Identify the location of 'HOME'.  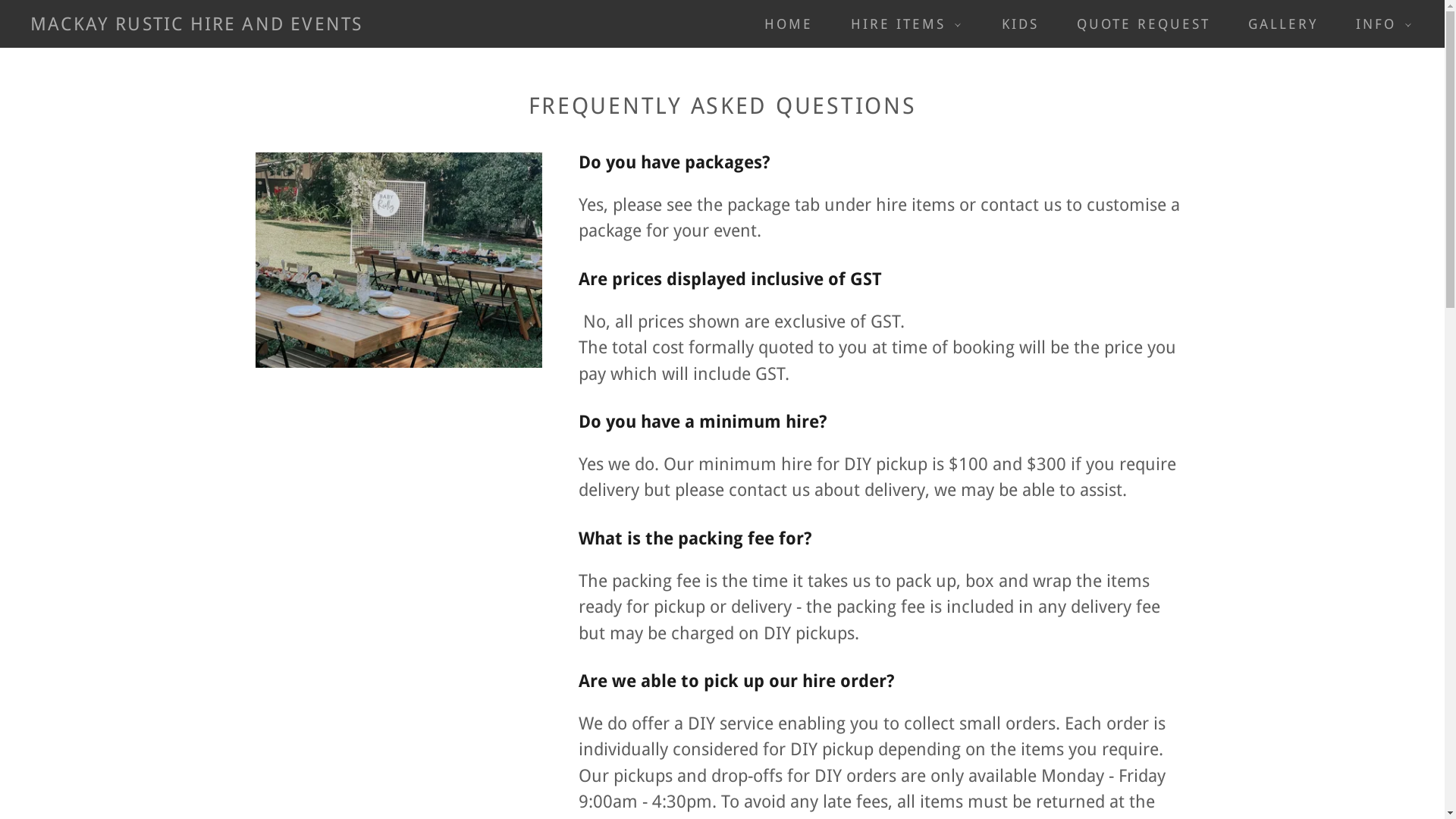
(782, 24).